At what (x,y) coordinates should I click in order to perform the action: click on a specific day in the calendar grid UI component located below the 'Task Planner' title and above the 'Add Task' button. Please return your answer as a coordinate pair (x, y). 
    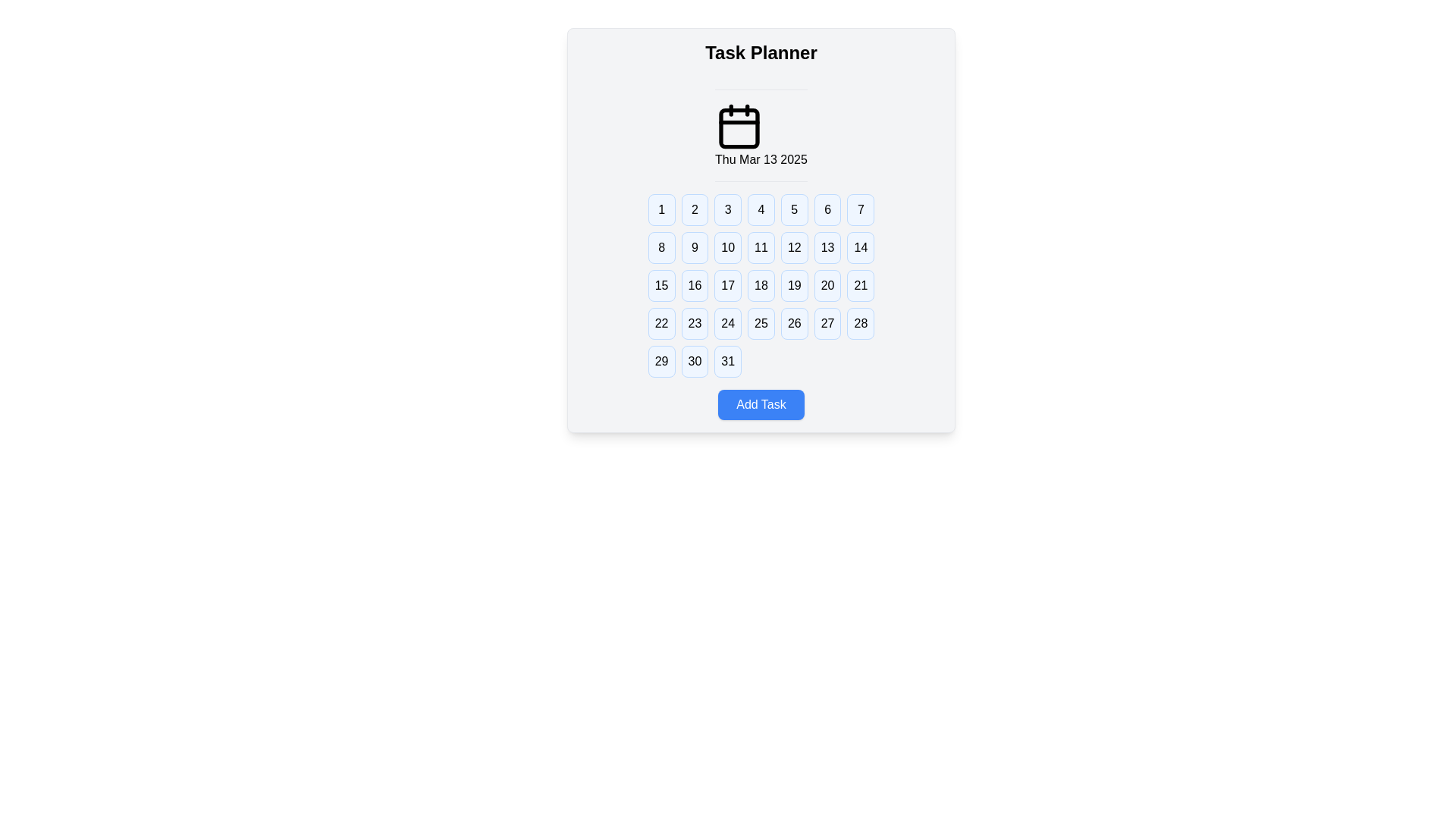
    Looking at the image, I should click on (761, 286).